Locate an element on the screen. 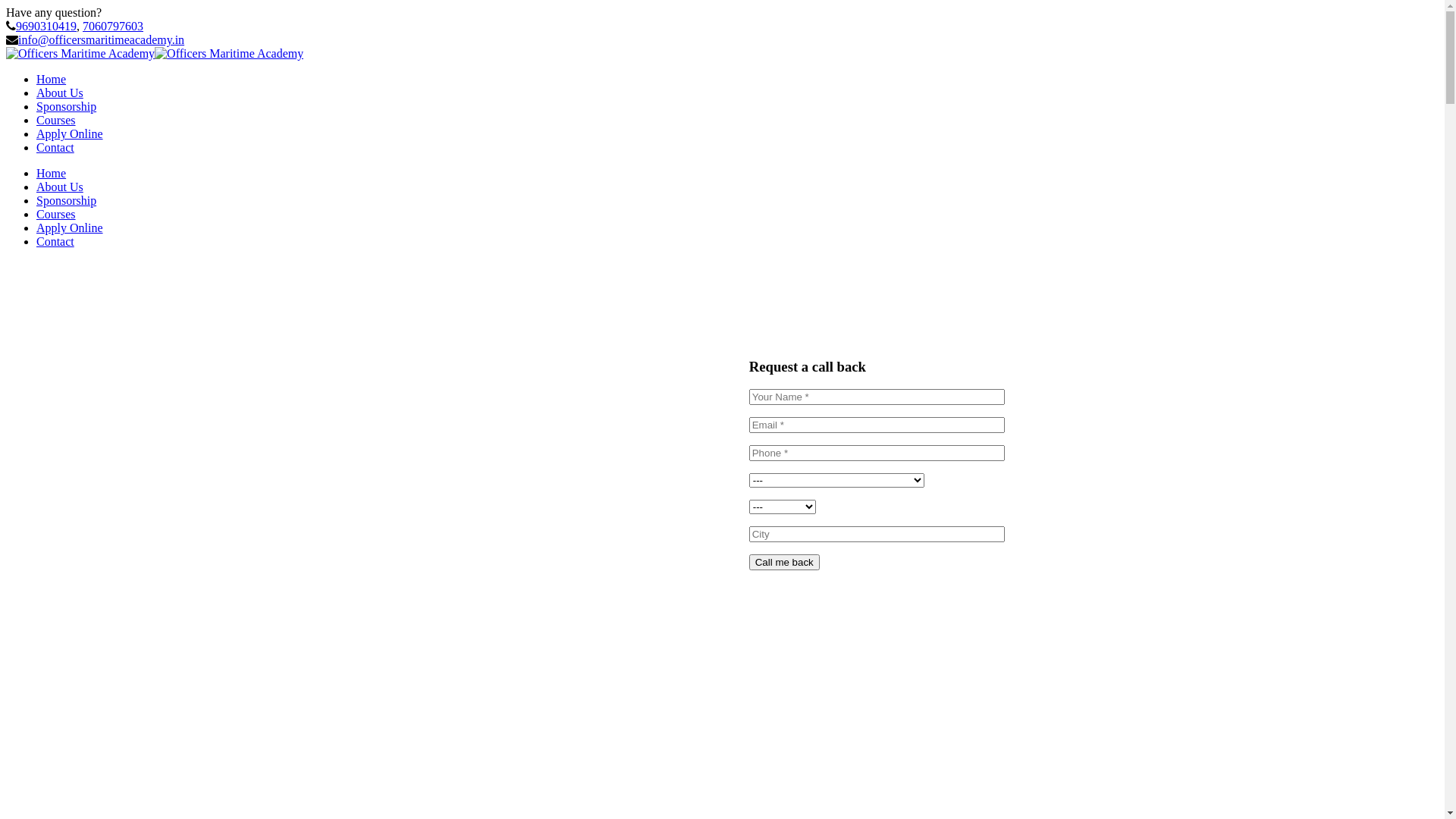 The image size is (1456, 819). 'About Us' is located at coordinates (59, 186).